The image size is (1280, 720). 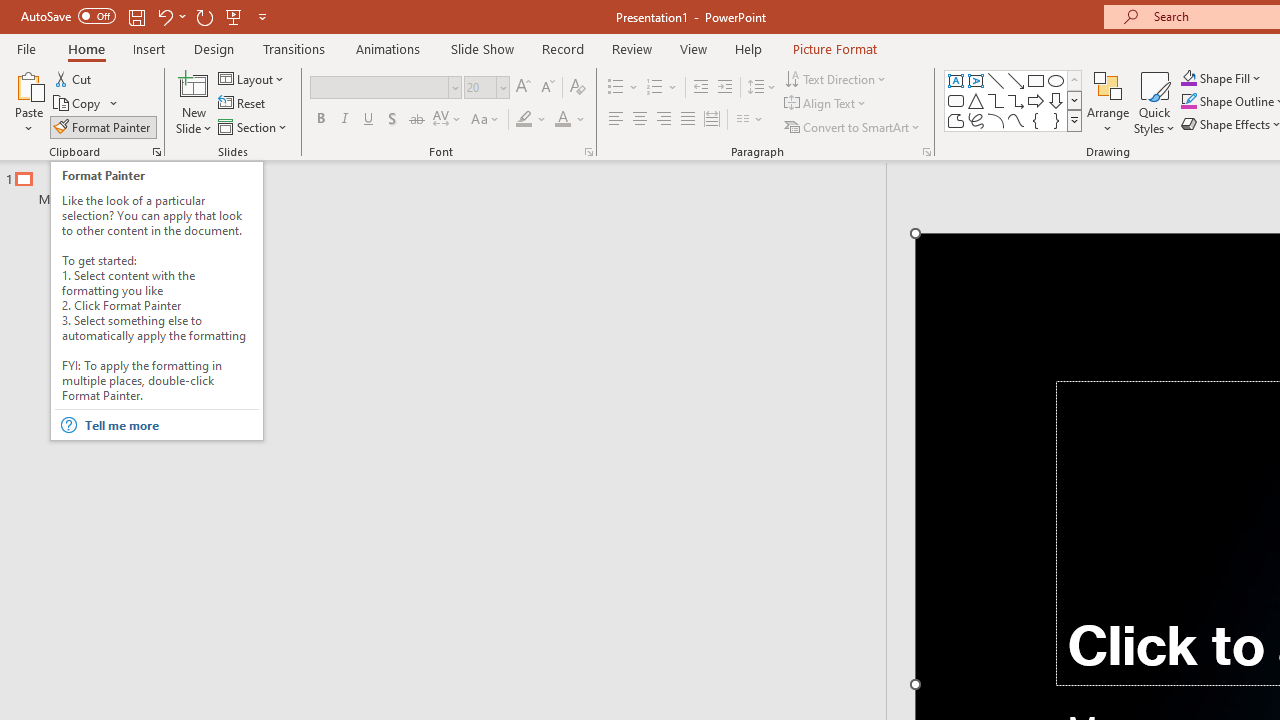 I want to click on 'Italic', so click(x=344, y=119).